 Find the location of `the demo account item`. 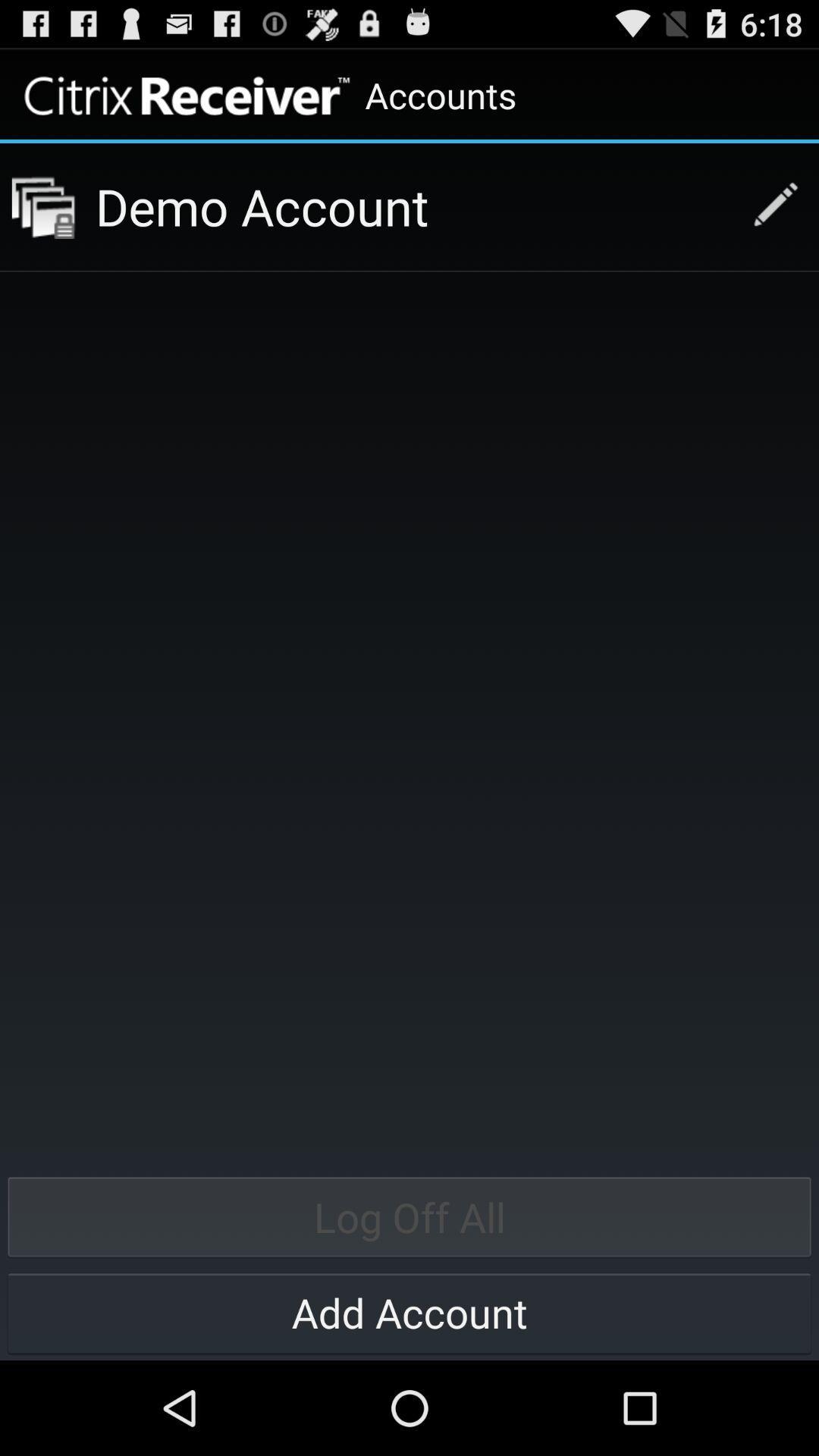

the demo account item is located at coordinates (412, 206).